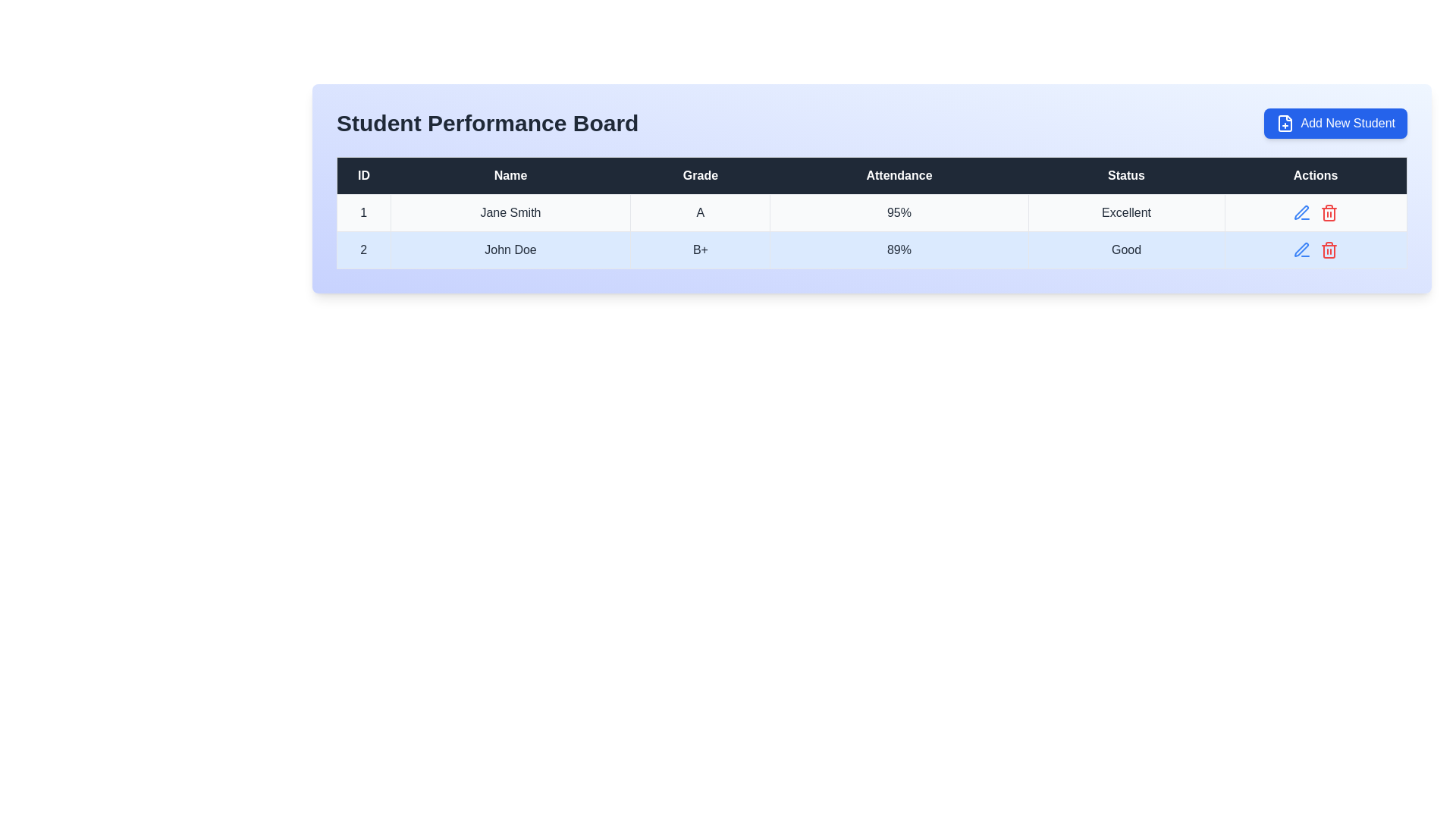  I want to click on the graphical icon resembling a file with a blue background, located to the left of the 'Add New Student' button in the top-right corner of the layout, so click(1285, 122).